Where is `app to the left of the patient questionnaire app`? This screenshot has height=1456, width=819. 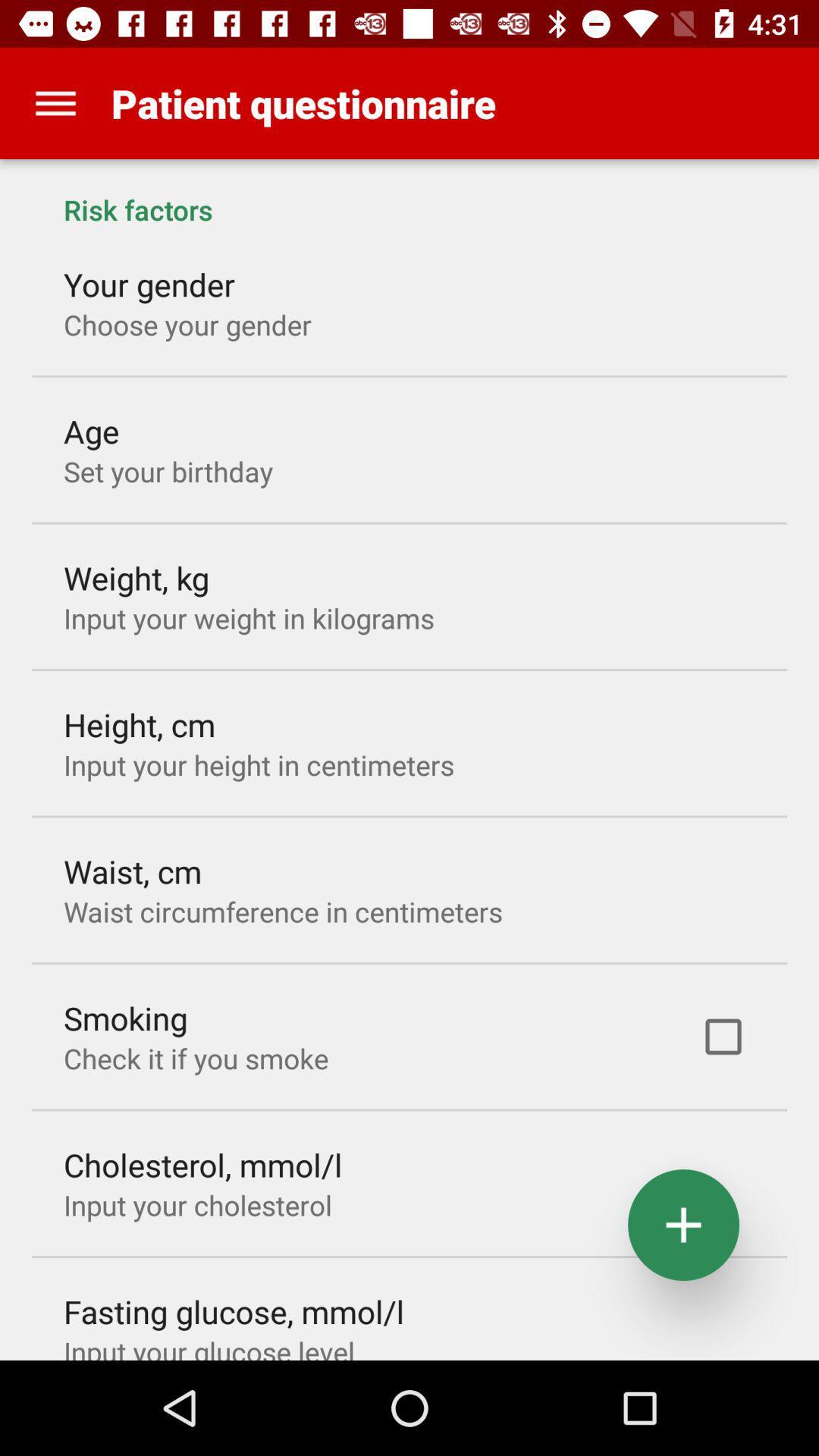
app to the left of the patient questionnaire app is located at coordinates (55, 102).